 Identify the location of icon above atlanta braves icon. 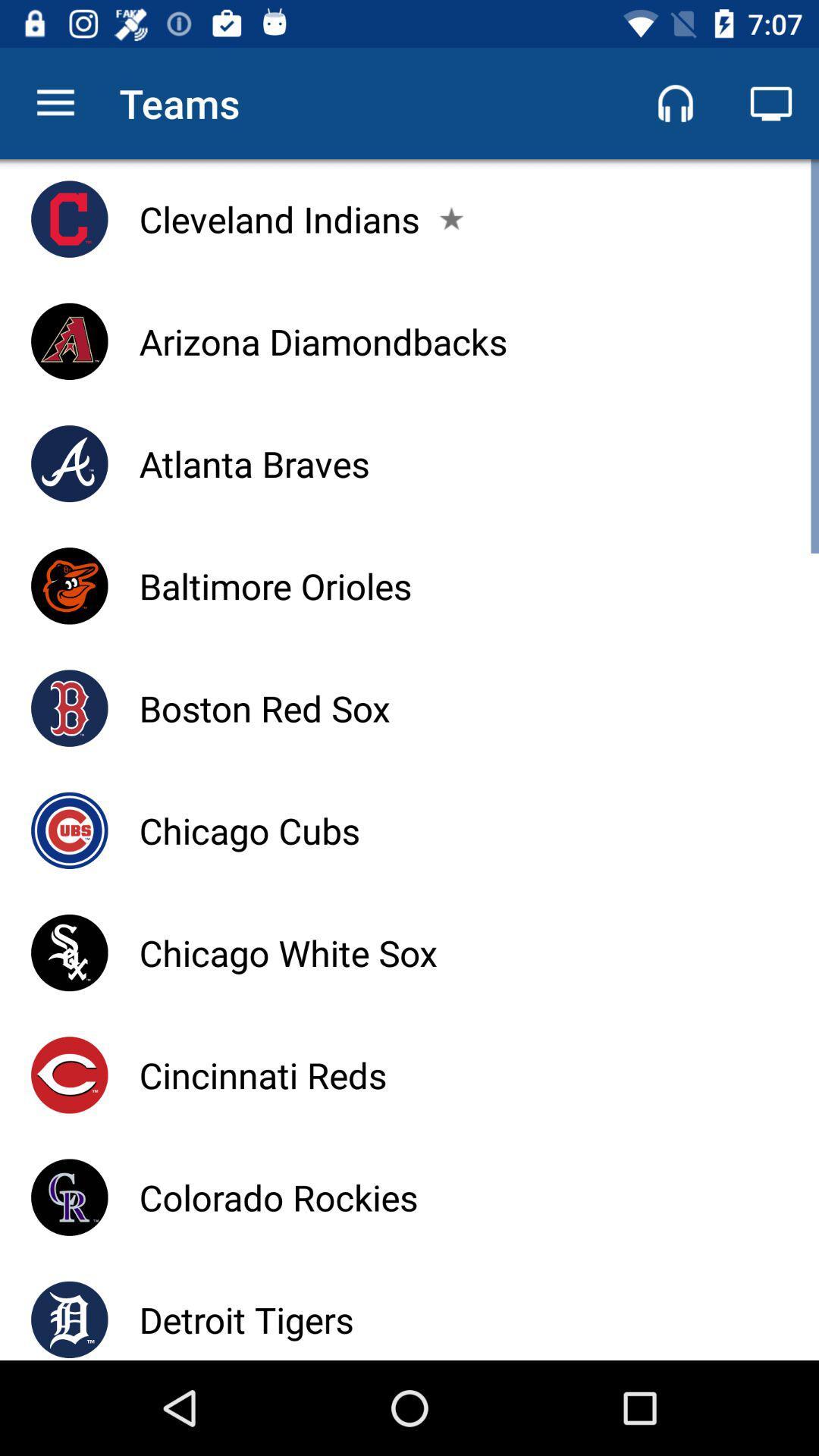
(322, 340).